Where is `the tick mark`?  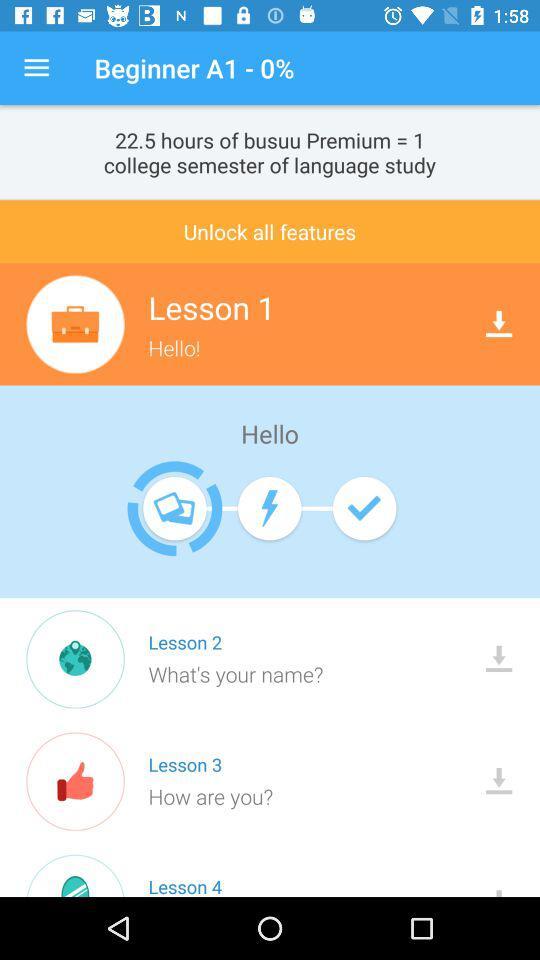 the tick mark is located at coordinates (363, 507).